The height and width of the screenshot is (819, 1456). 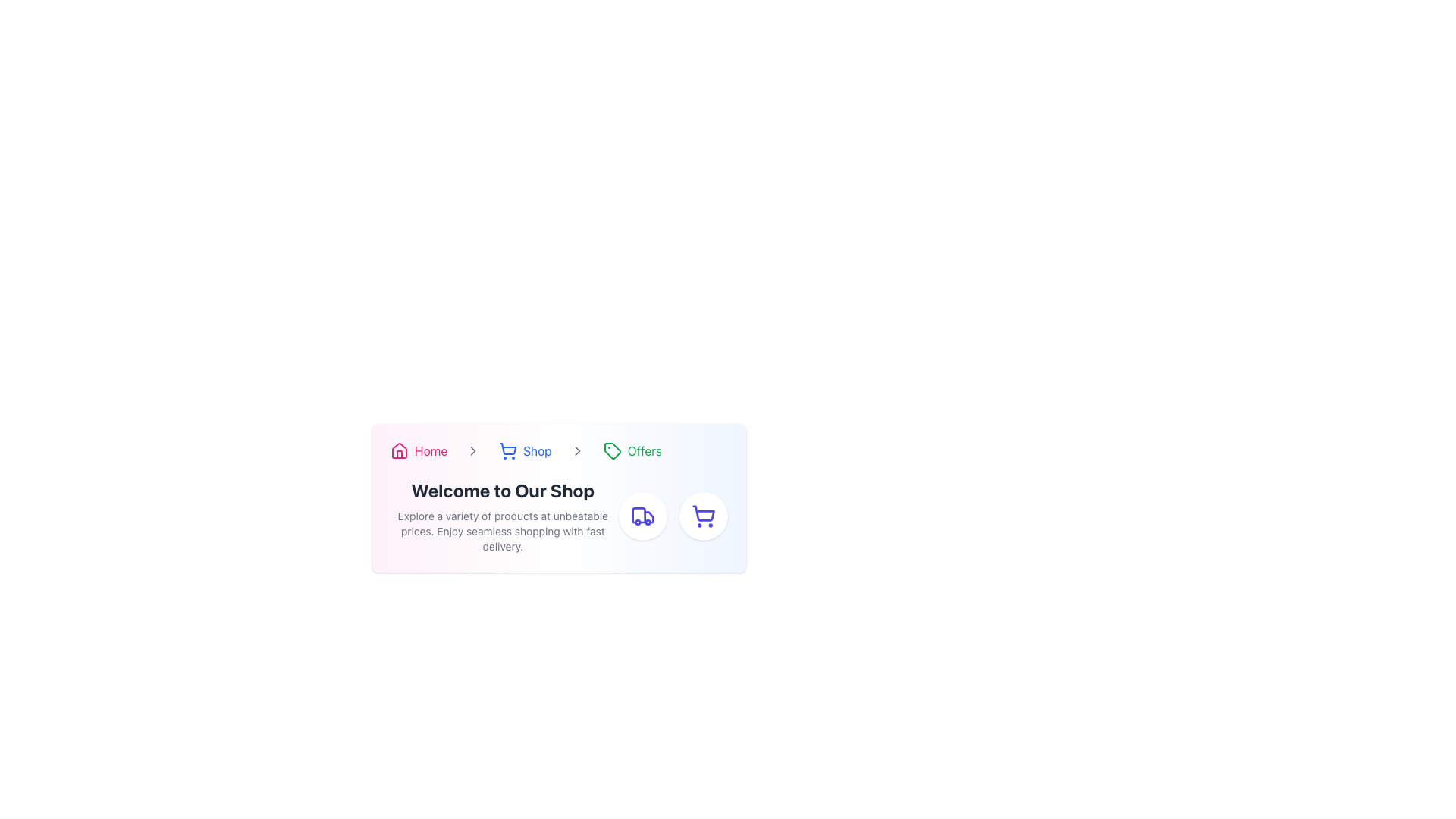 I want to click on promotional message text block located below the title 'Welcome to Our Shop', which emphasizes key features like product range, prices, and delivery, so click(x=503, y=531).